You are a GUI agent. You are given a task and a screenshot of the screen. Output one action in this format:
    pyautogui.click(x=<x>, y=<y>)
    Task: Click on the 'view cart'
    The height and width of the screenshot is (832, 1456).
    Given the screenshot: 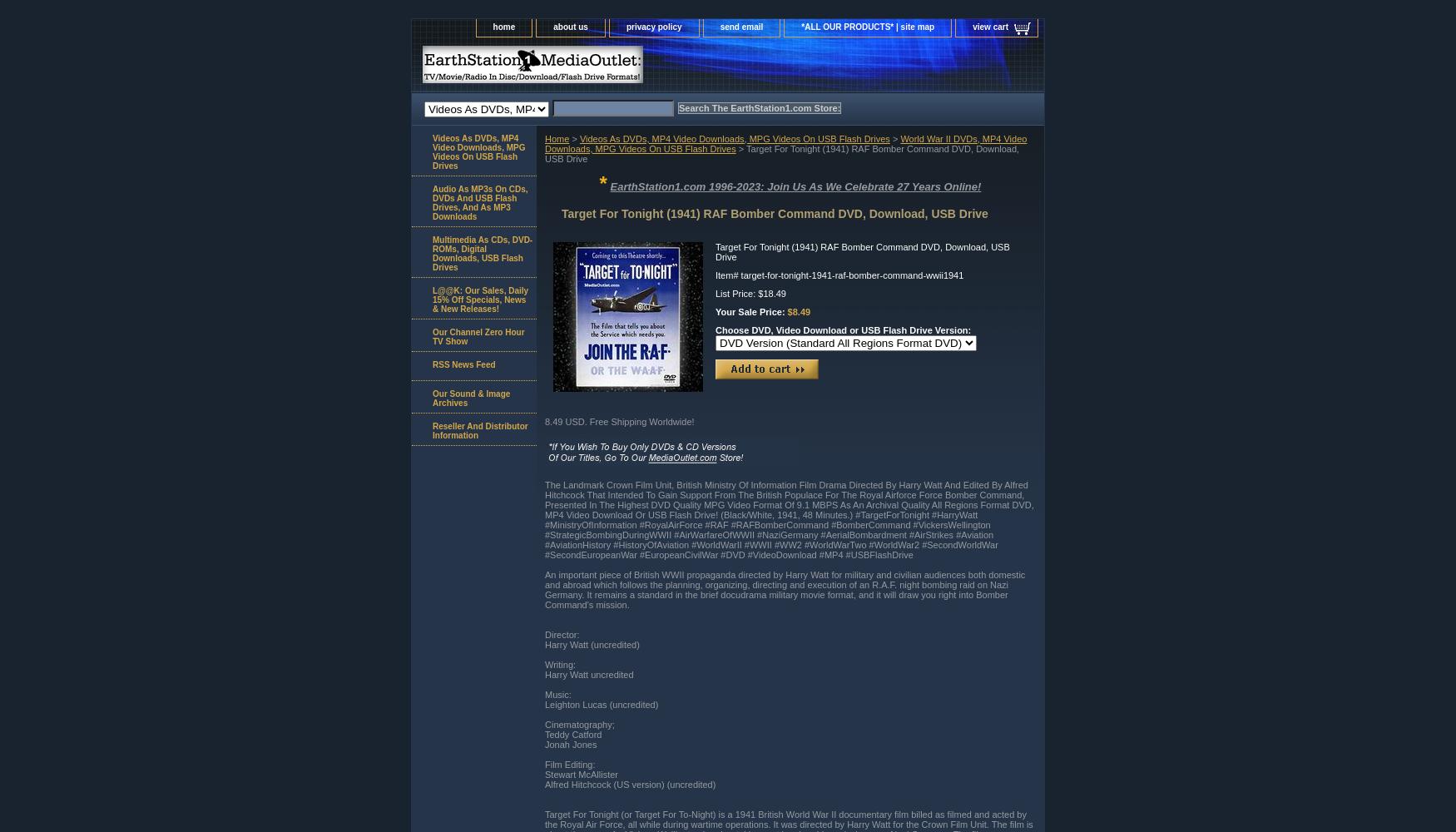 What is the action you would take?
    pyautogui.click(x=972, y=27)
    